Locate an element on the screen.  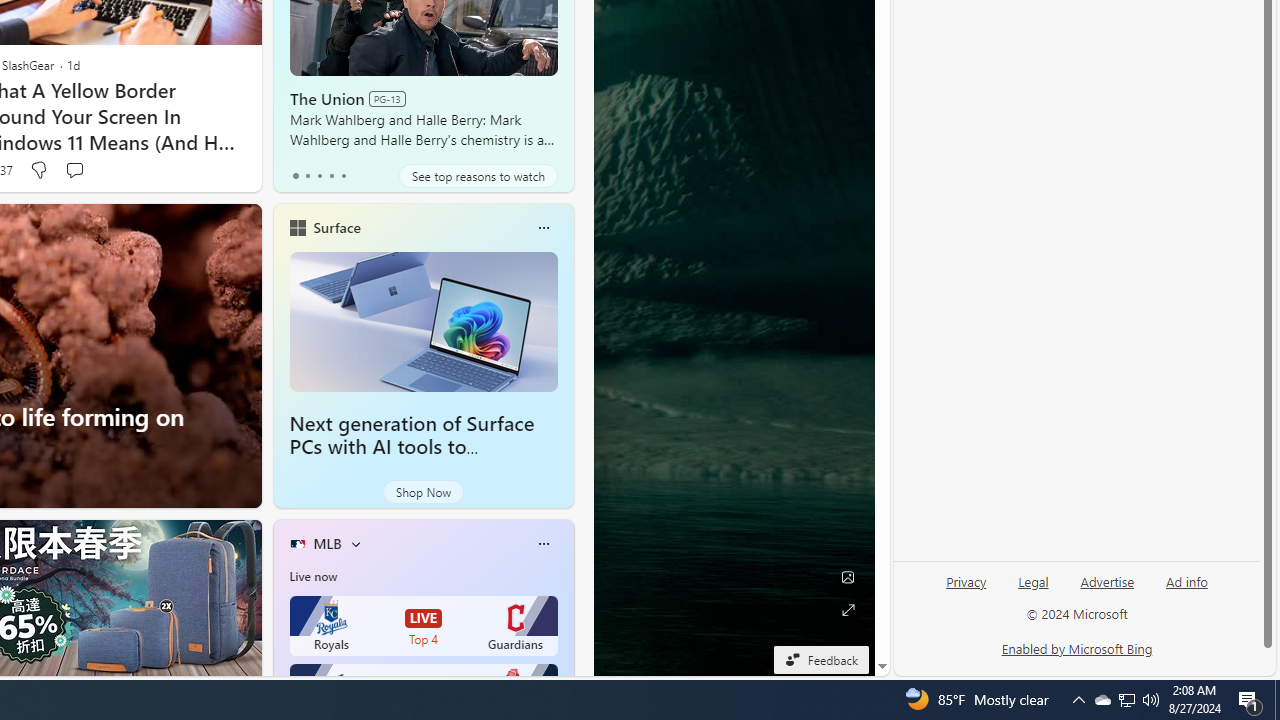
'Shop Now' is located at coordinates (422, 492).